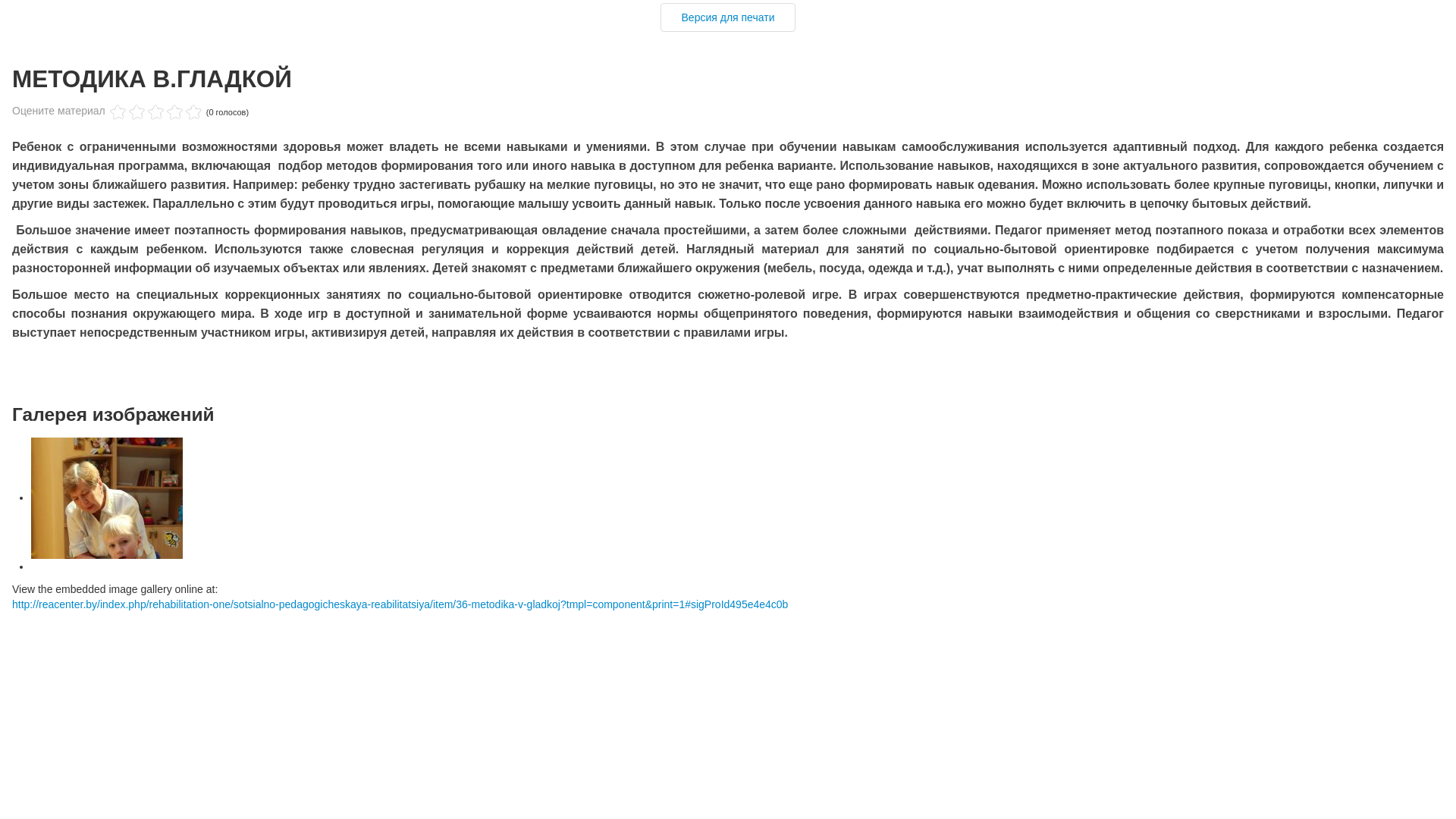 The image size is (1456, 819). I want to click on '3', so click(136, 111).